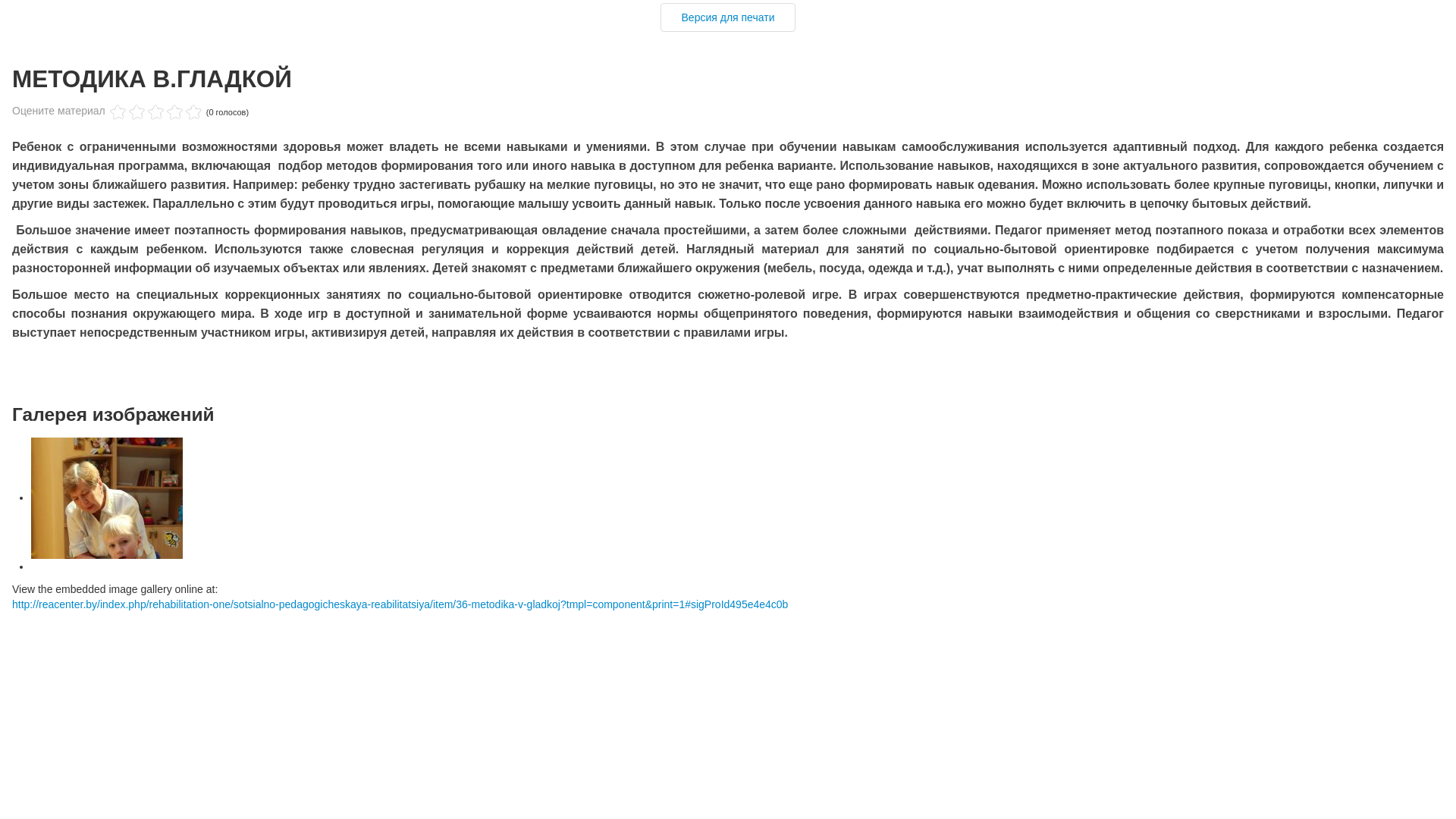 The image size is (1456, 819). I want to click on '3', so click(136, 111).